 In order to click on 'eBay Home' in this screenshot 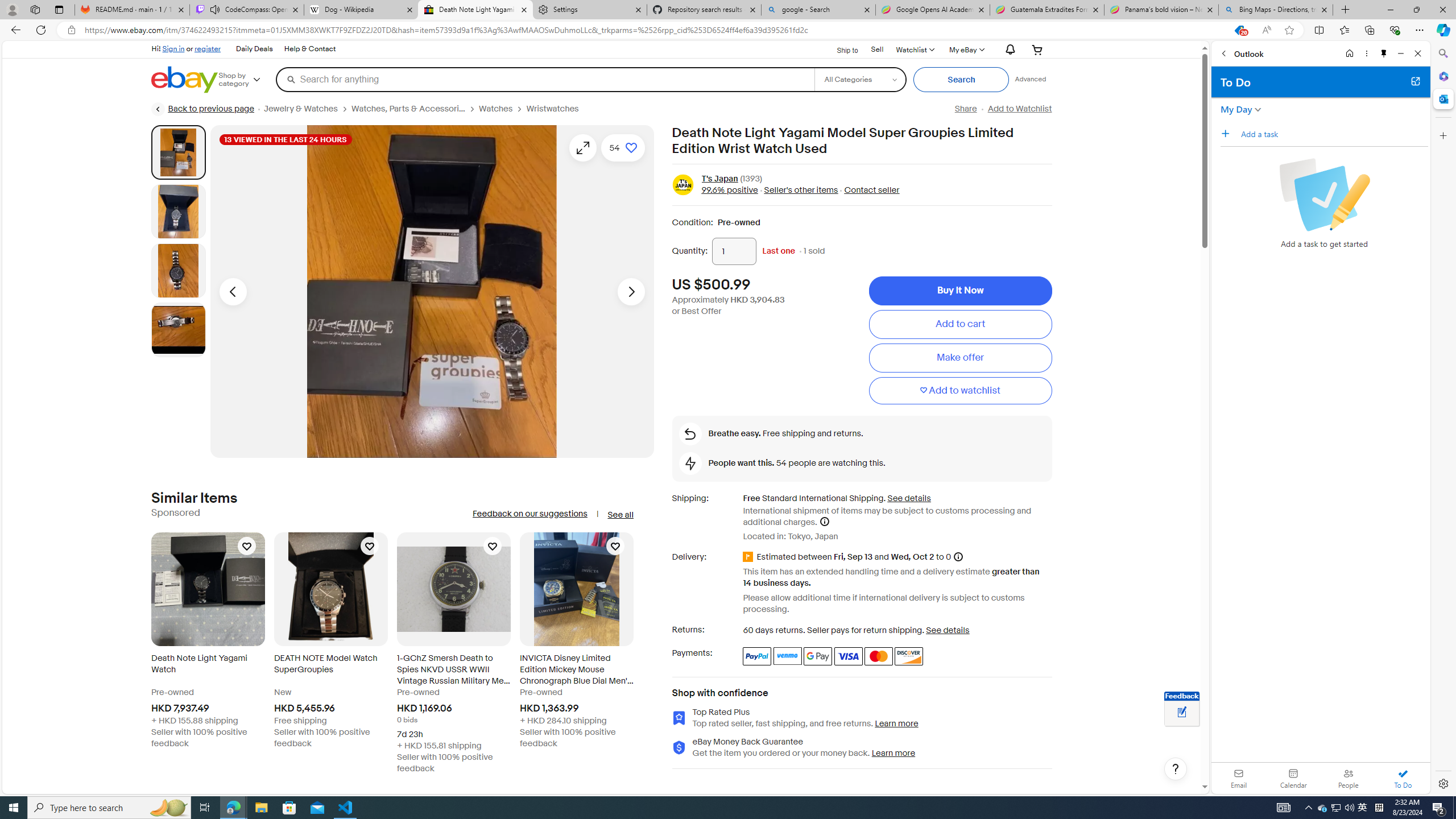, I will do `click(185, 79)`.